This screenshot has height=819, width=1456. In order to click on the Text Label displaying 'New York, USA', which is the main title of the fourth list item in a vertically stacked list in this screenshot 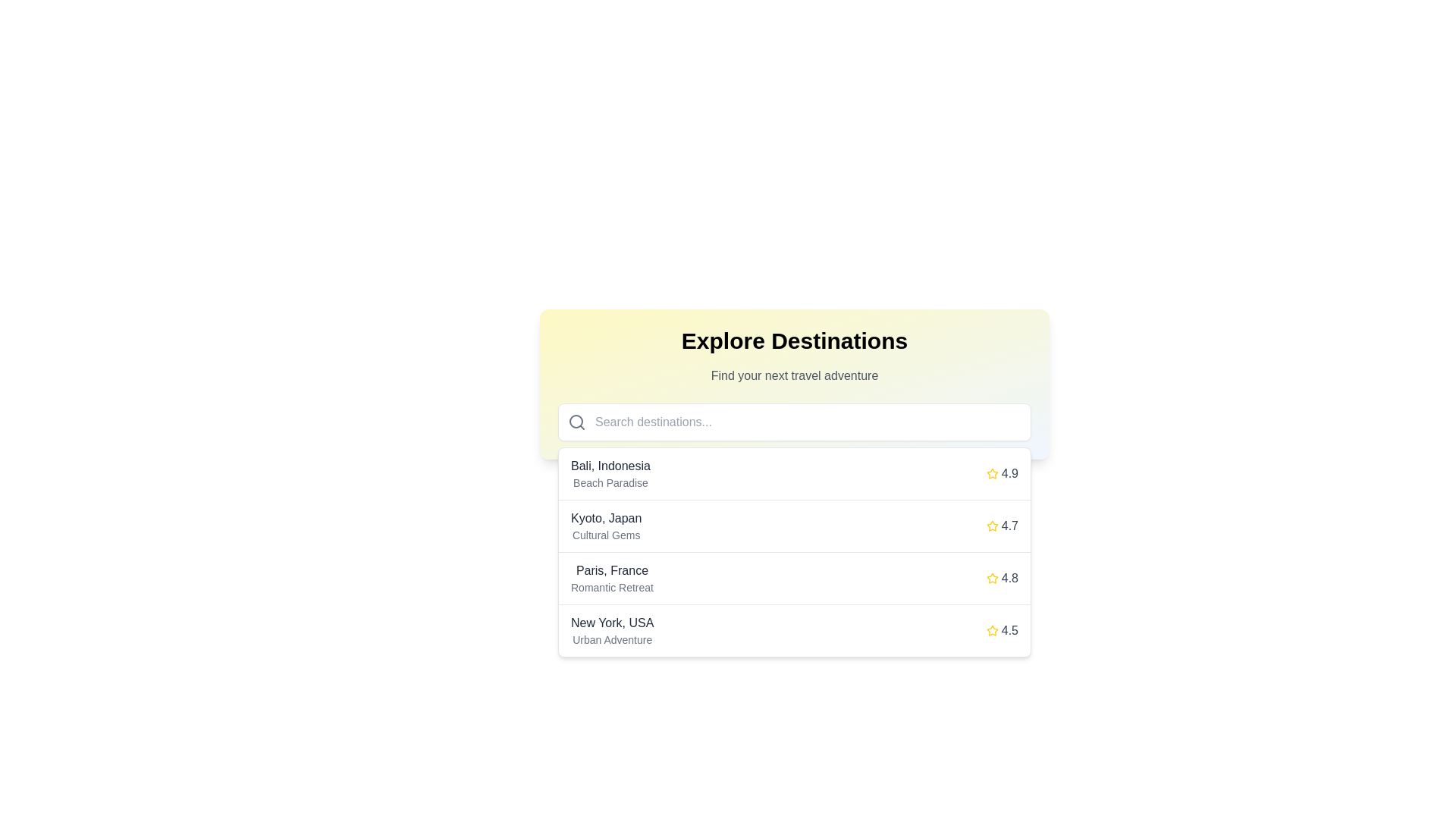, I will do `click(612, 623)`.